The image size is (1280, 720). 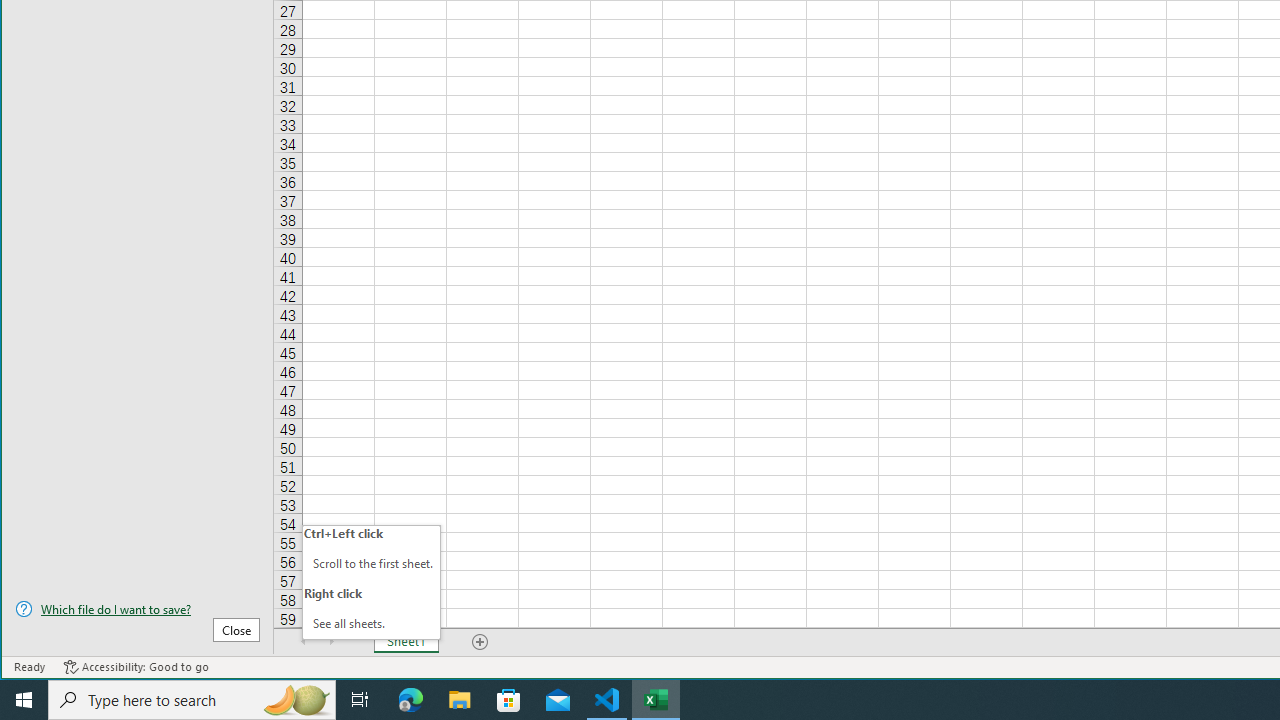 What do you see at coordinates (135, 667) in the screenshot?
I see `'Accessibility Checker Accessibility: Good to go'` at bounding box center [135, 667].